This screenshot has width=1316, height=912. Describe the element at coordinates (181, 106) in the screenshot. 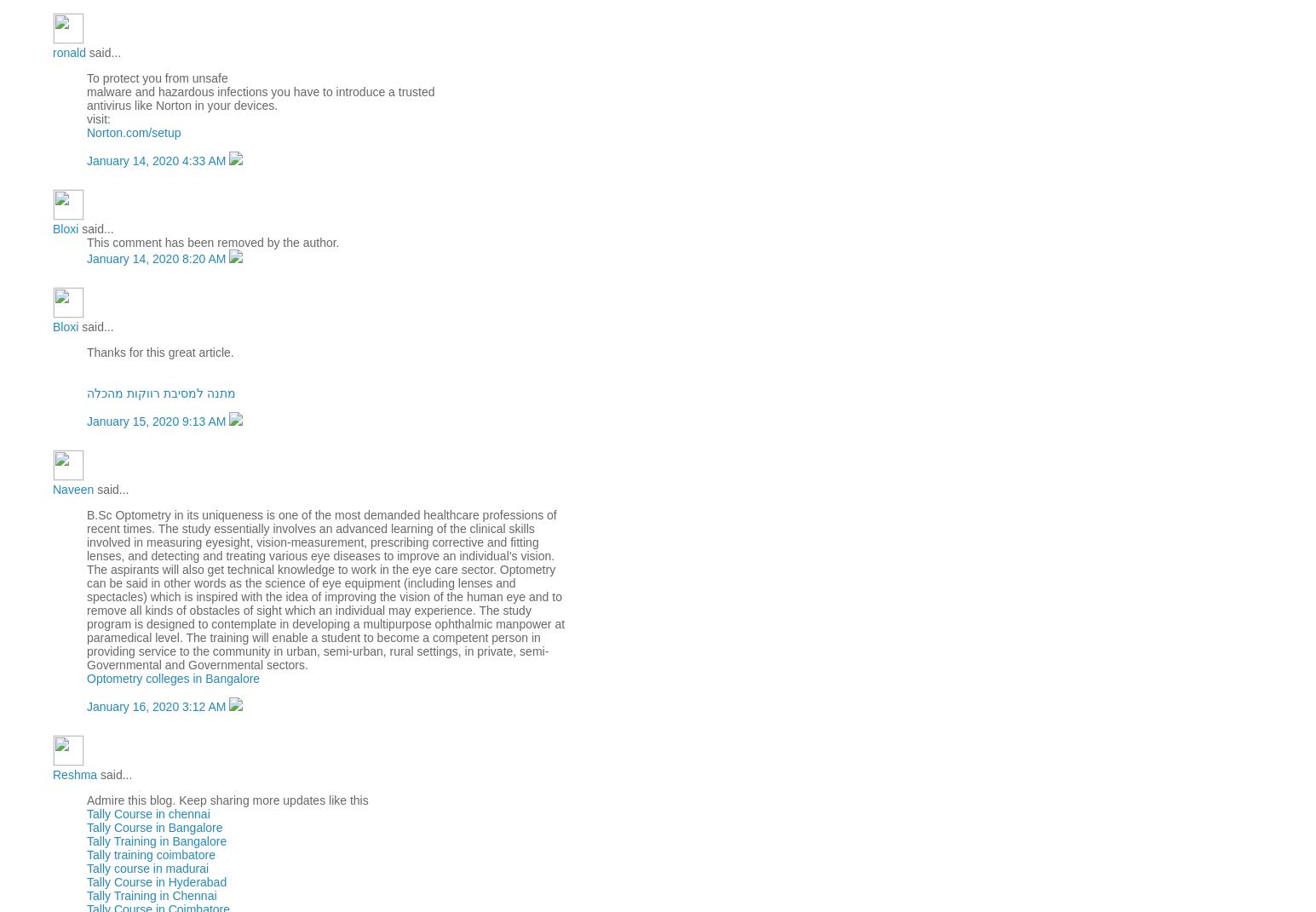

I see `'antivirus like Norton in your devices.'` at that location.